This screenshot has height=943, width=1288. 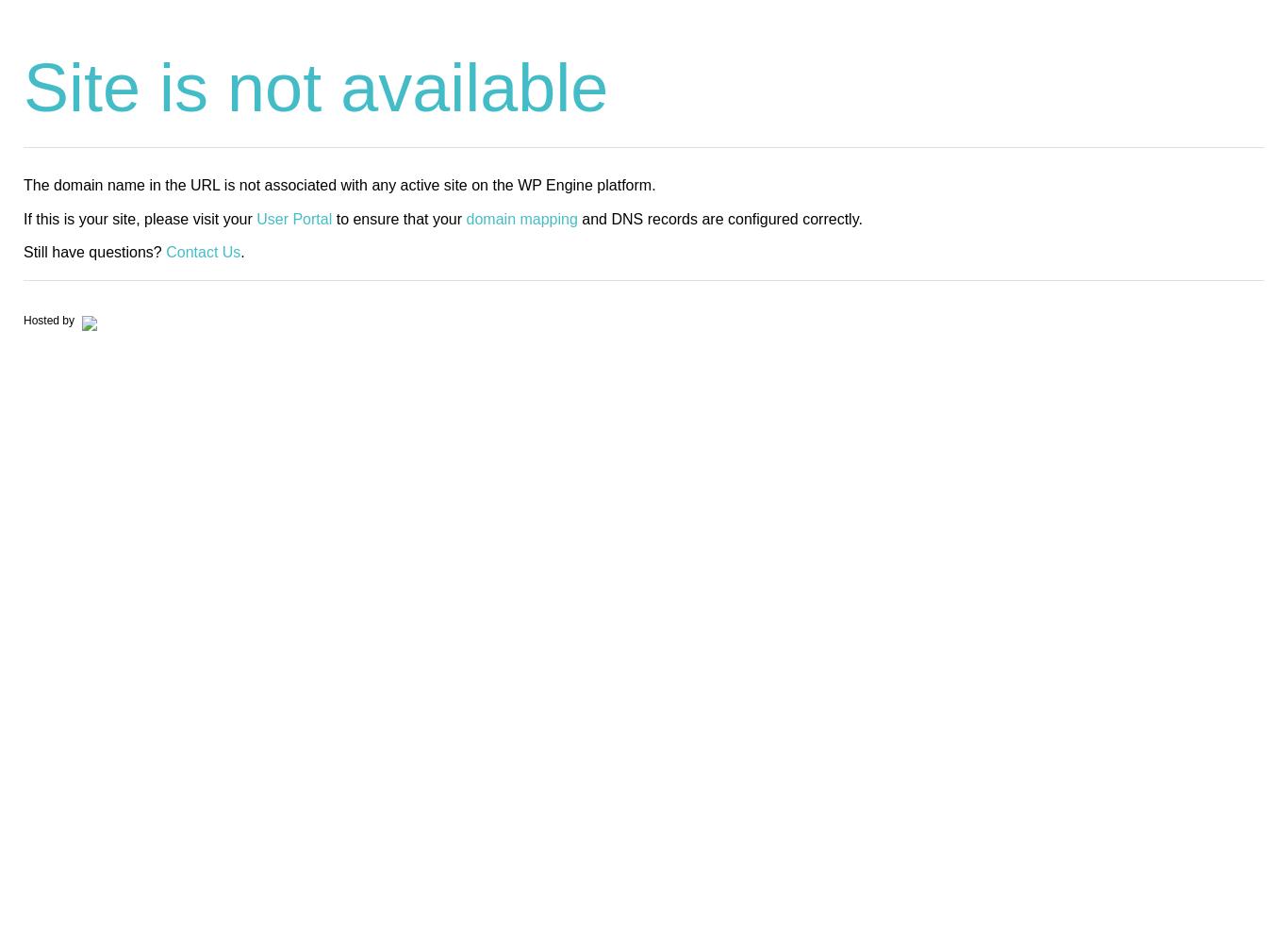 What do you see at coordinates (23, 184) in the screenshot?
I see `'The domain name in the URL is not associated with any active site on the WP Engine platform.'` at bounding box center [23, 184].